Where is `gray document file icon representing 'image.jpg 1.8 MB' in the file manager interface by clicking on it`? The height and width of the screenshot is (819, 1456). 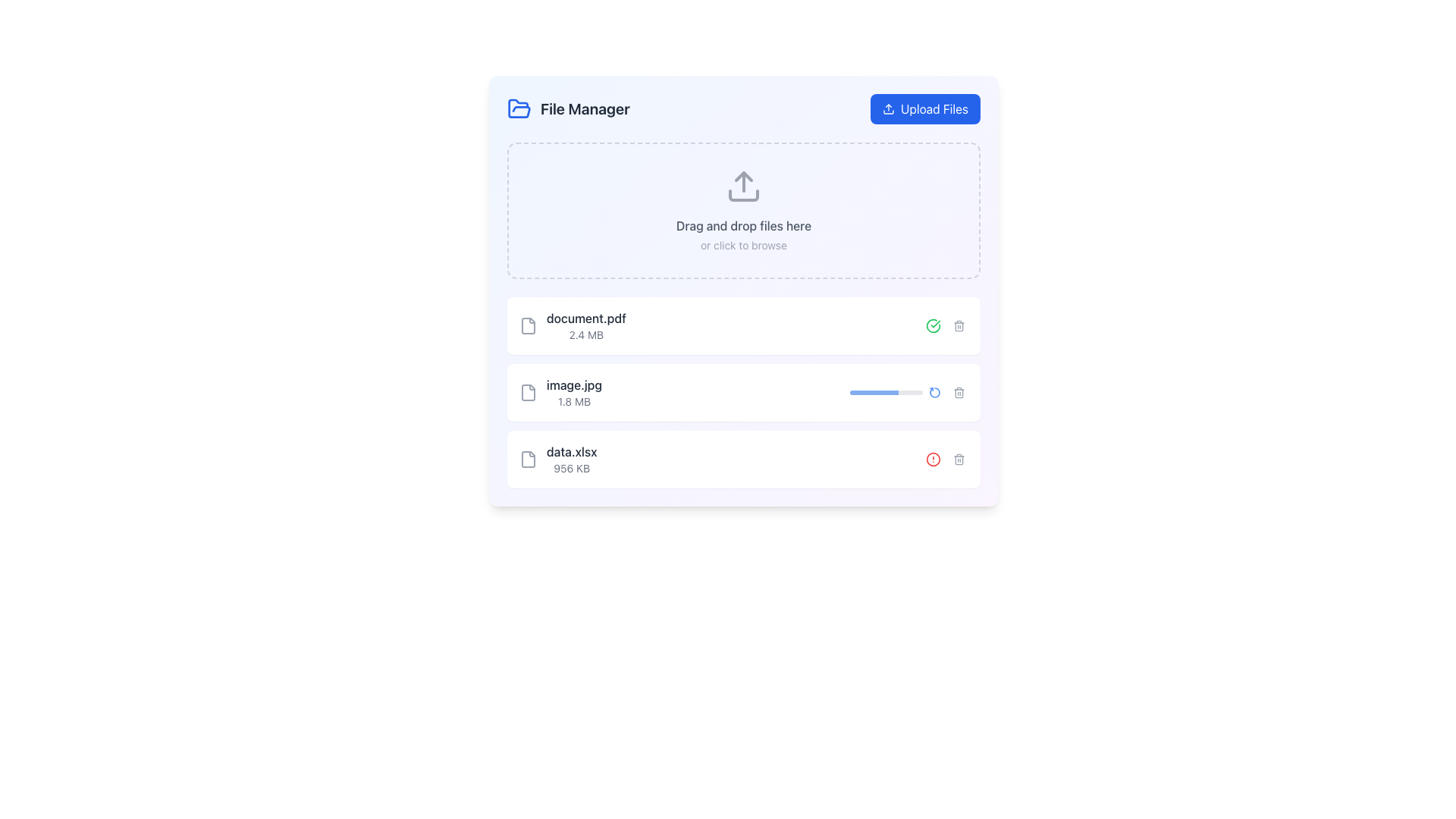
gray document file icon representing 'image.jpg 1.8 MB' in the file manager interface by clicking on it is located at coordinates (528, 391).